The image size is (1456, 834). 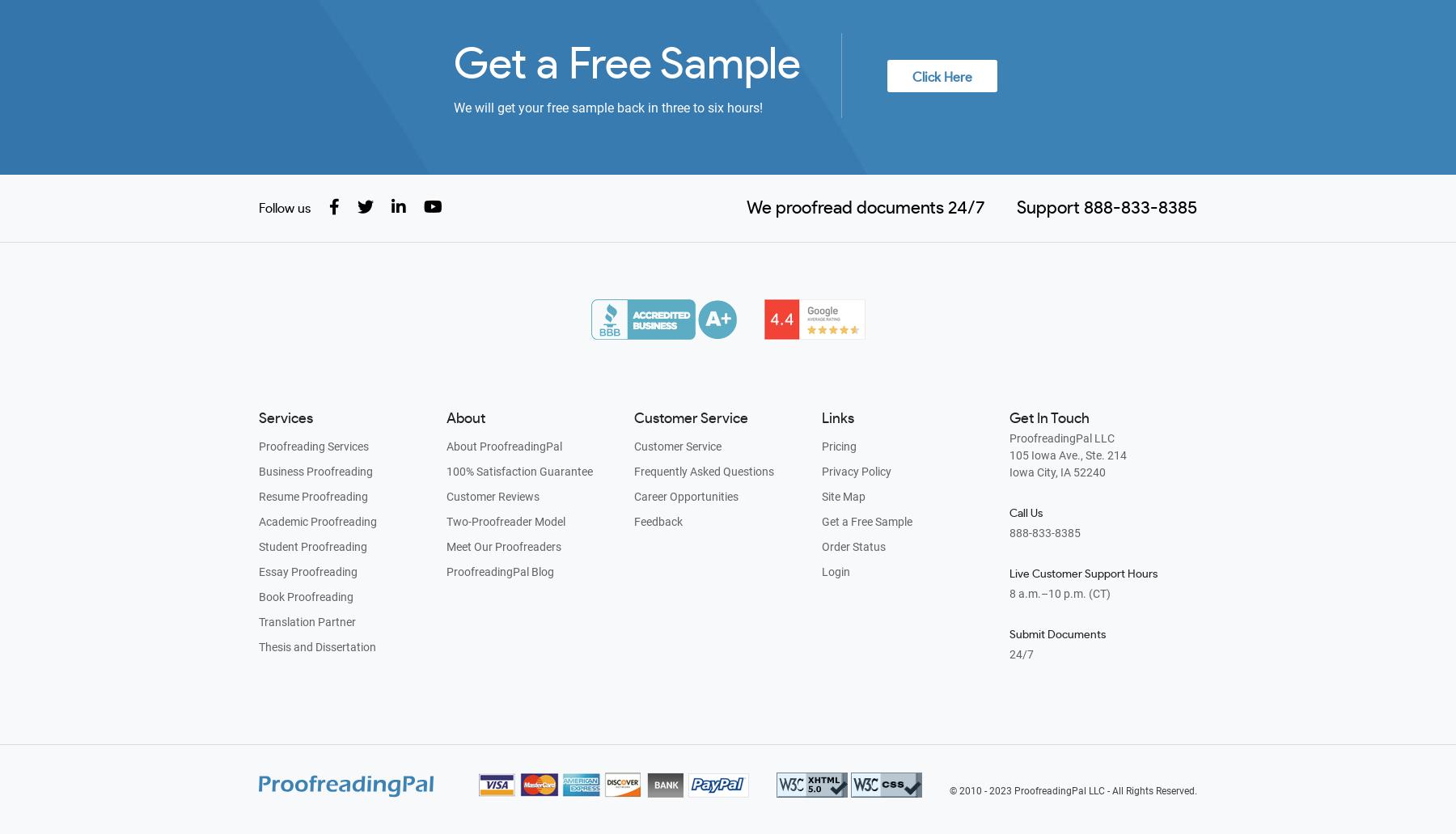 What do you see at coordinates (1061, 437) in the screenshot?
I see `'ProofreadingPal LLC'` at bounding box center [1061, 437].